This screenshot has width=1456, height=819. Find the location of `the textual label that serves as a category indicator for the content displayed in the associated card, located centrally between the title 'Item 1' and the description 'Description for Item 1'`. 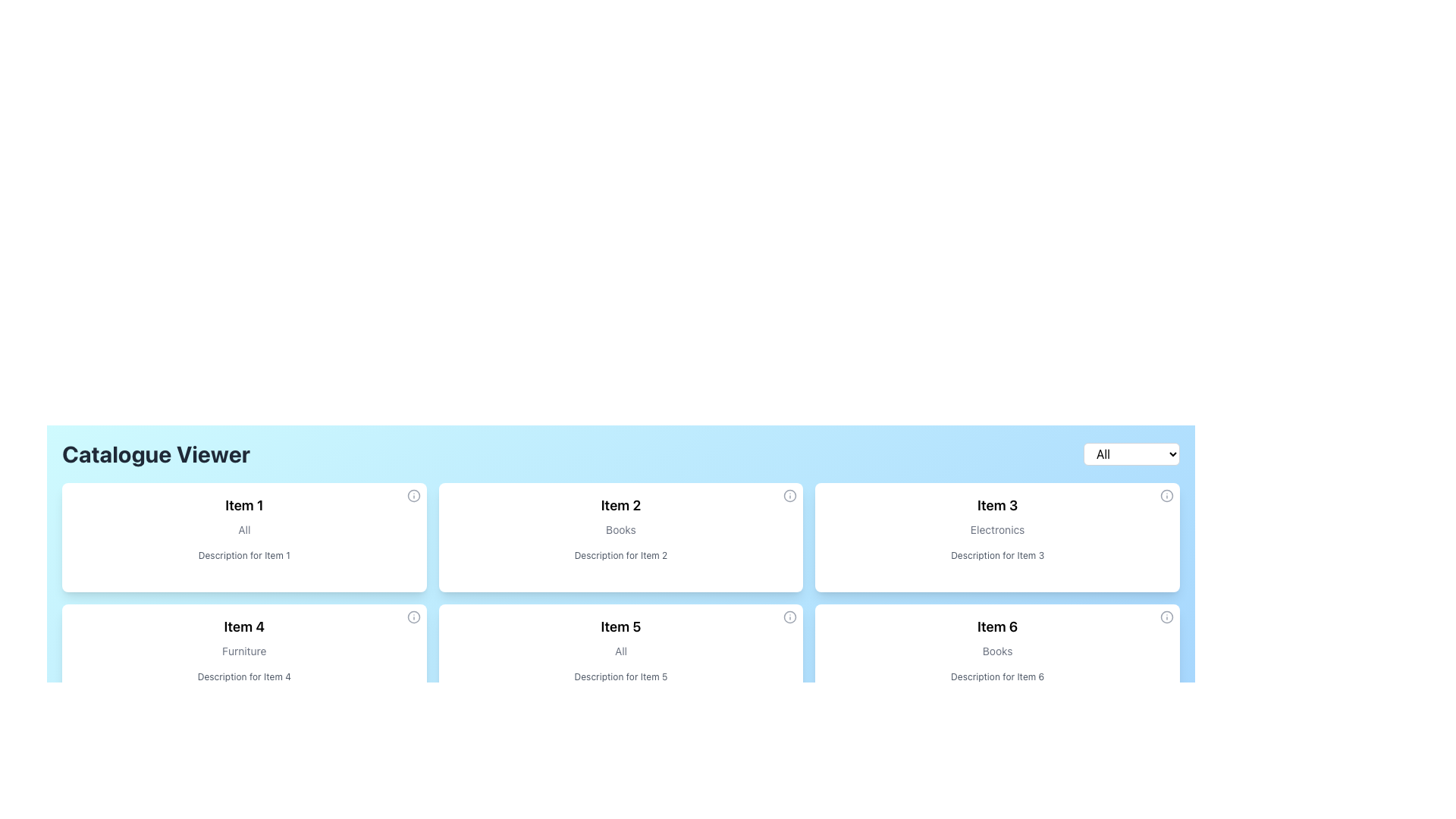

the textual label that serves as a category indicator for the content displayed in the associated card, located centrally between the title 'Item 1' and the description 'Description for Item 1' is located at coordinates (244, 529).